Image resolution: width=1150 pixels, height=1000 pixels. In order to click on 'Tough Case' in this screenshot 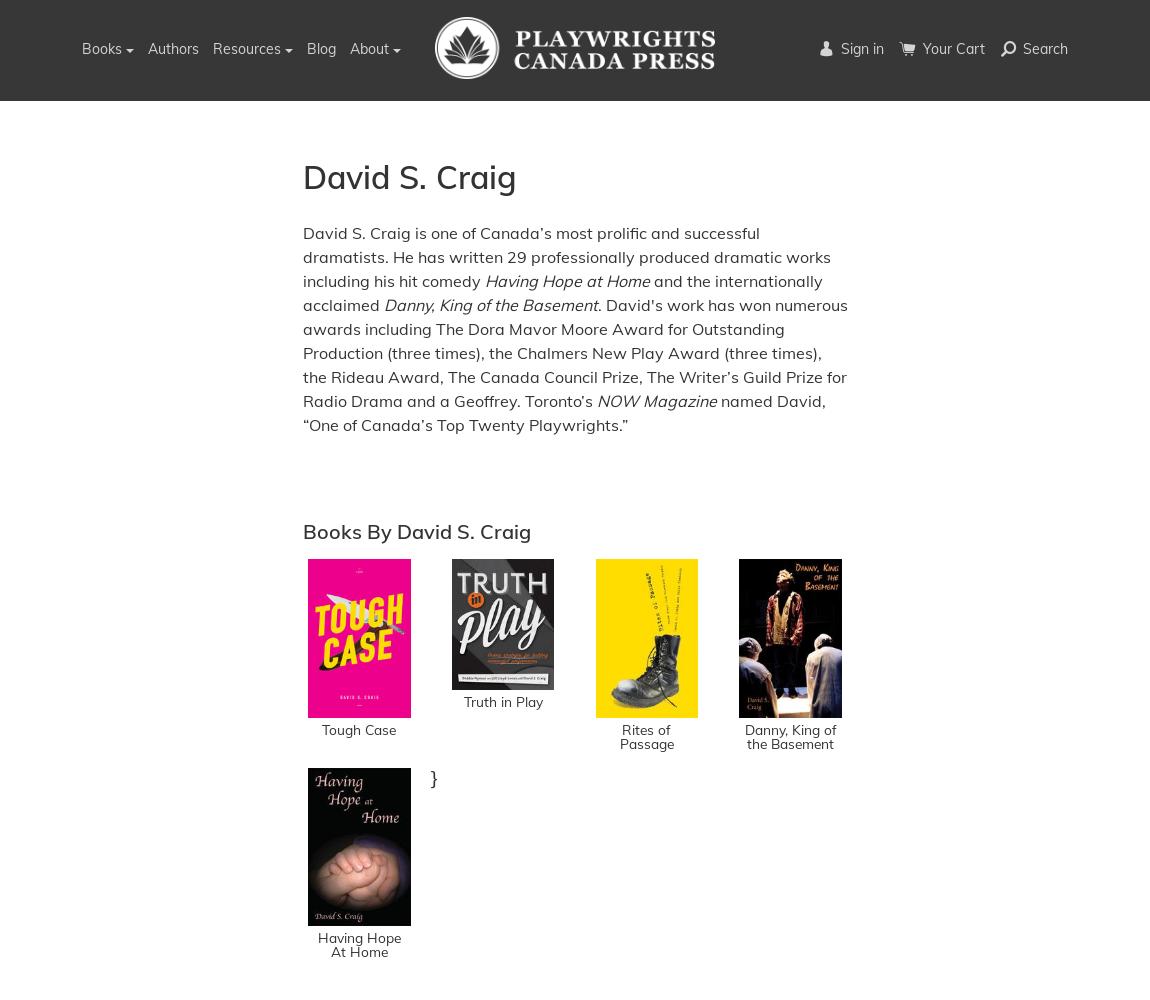, I will do `click(322, 728)`.